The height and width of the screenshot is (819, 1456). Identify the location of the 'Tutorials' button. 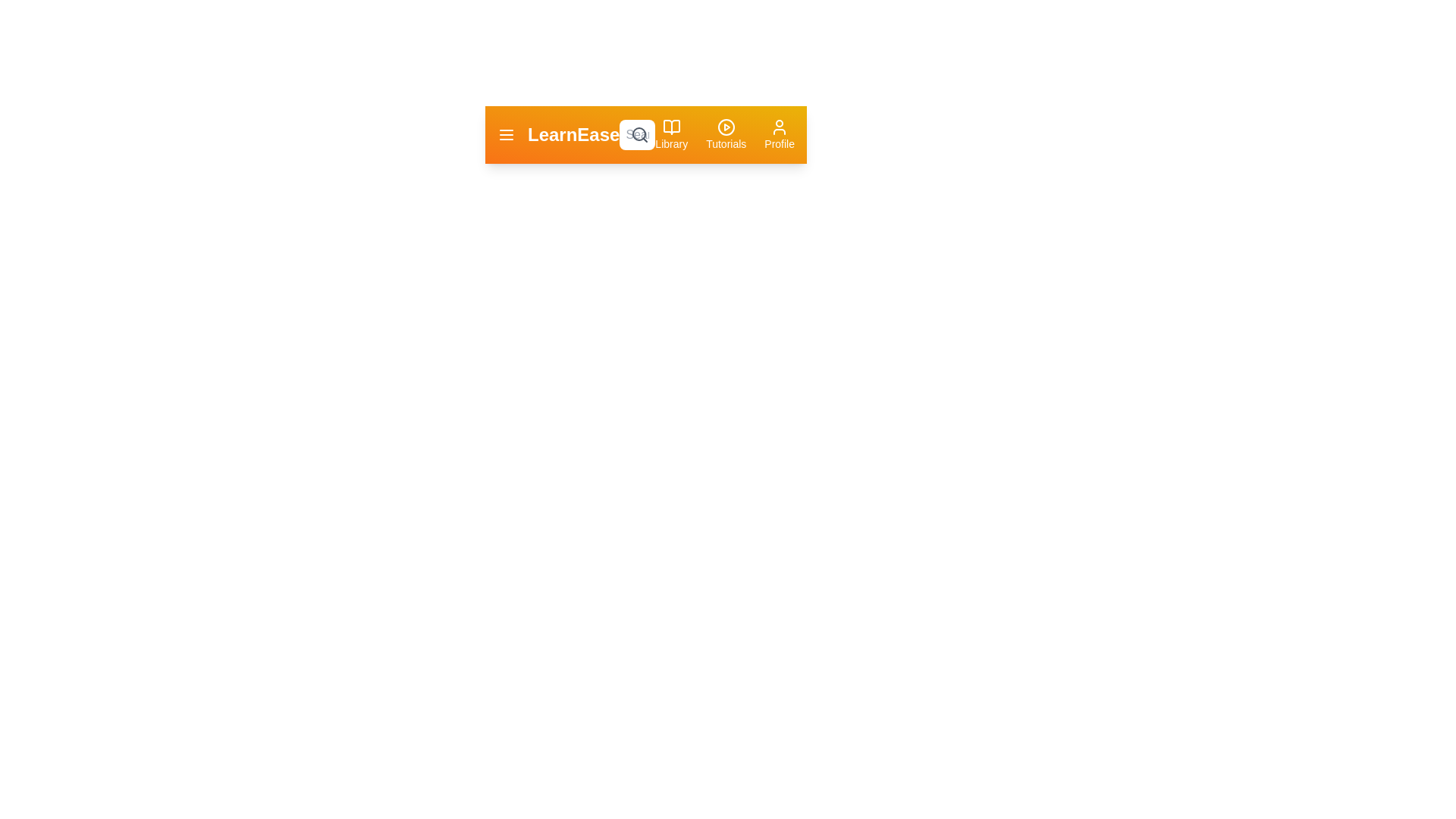
(724, 133).